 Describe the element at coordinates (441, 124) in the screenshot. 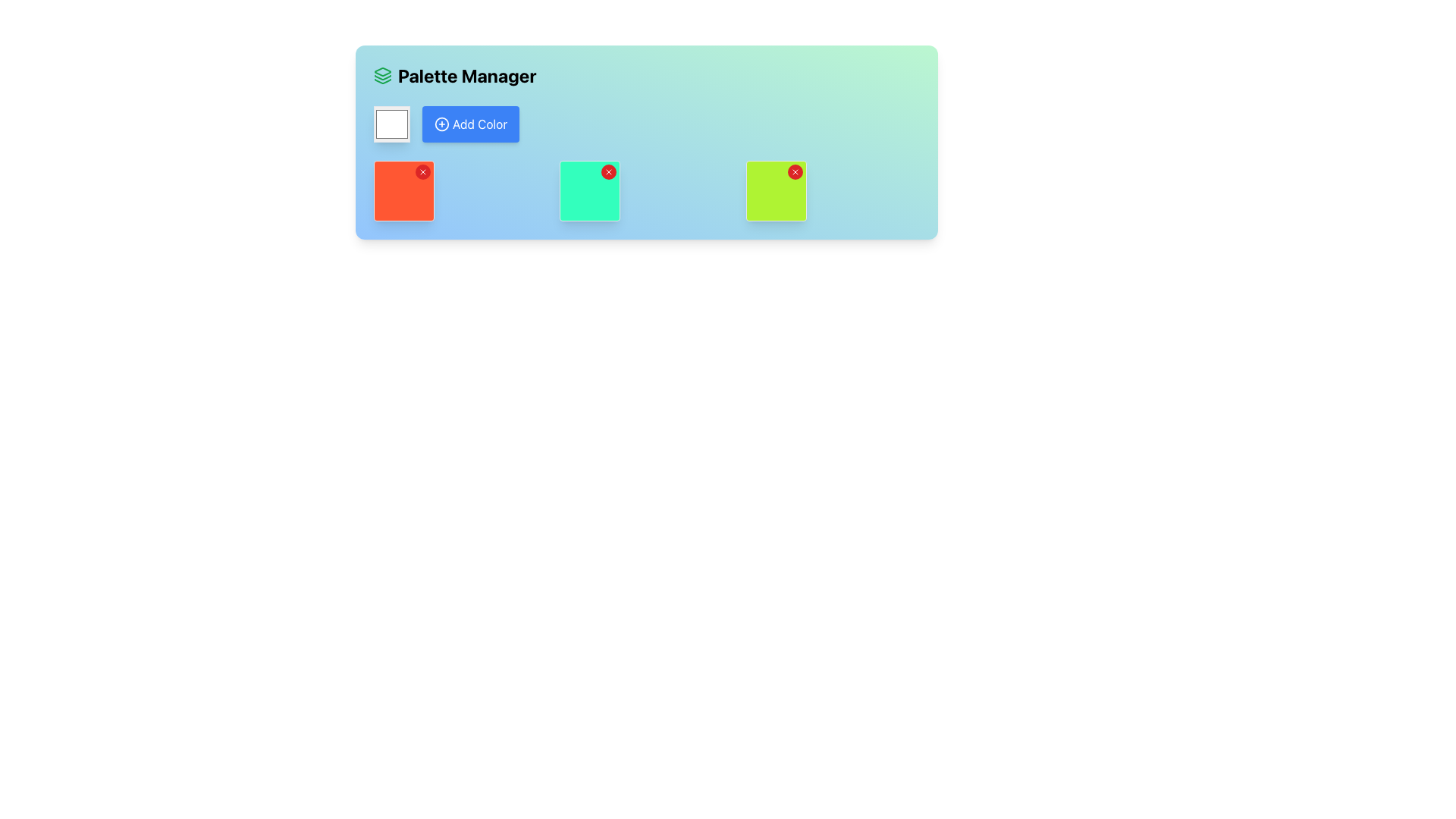

I see `the SVG circle element representing a circle plus symbol in the 'Palette Manager' module, indicating an add or create functionality` at that location.